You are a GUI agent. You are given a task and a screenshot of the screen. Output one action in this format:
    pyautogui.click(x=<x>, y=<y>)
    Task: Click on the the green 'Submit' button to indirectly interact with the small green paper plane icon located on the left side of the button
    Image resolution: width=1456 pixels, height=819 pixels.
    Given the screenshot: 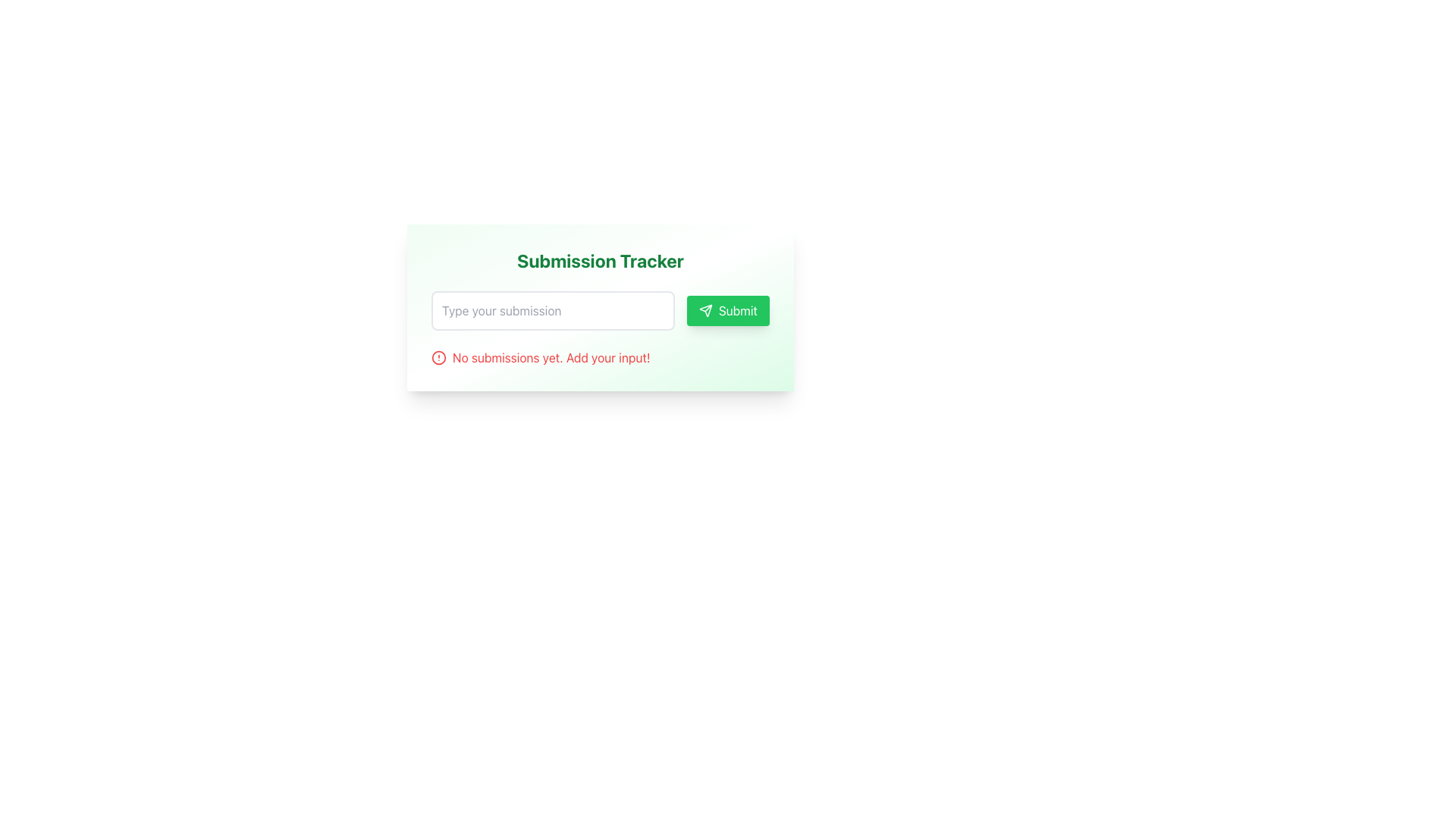 What is the action you would take?
    pyautogui.click(x=704, y=309)
    